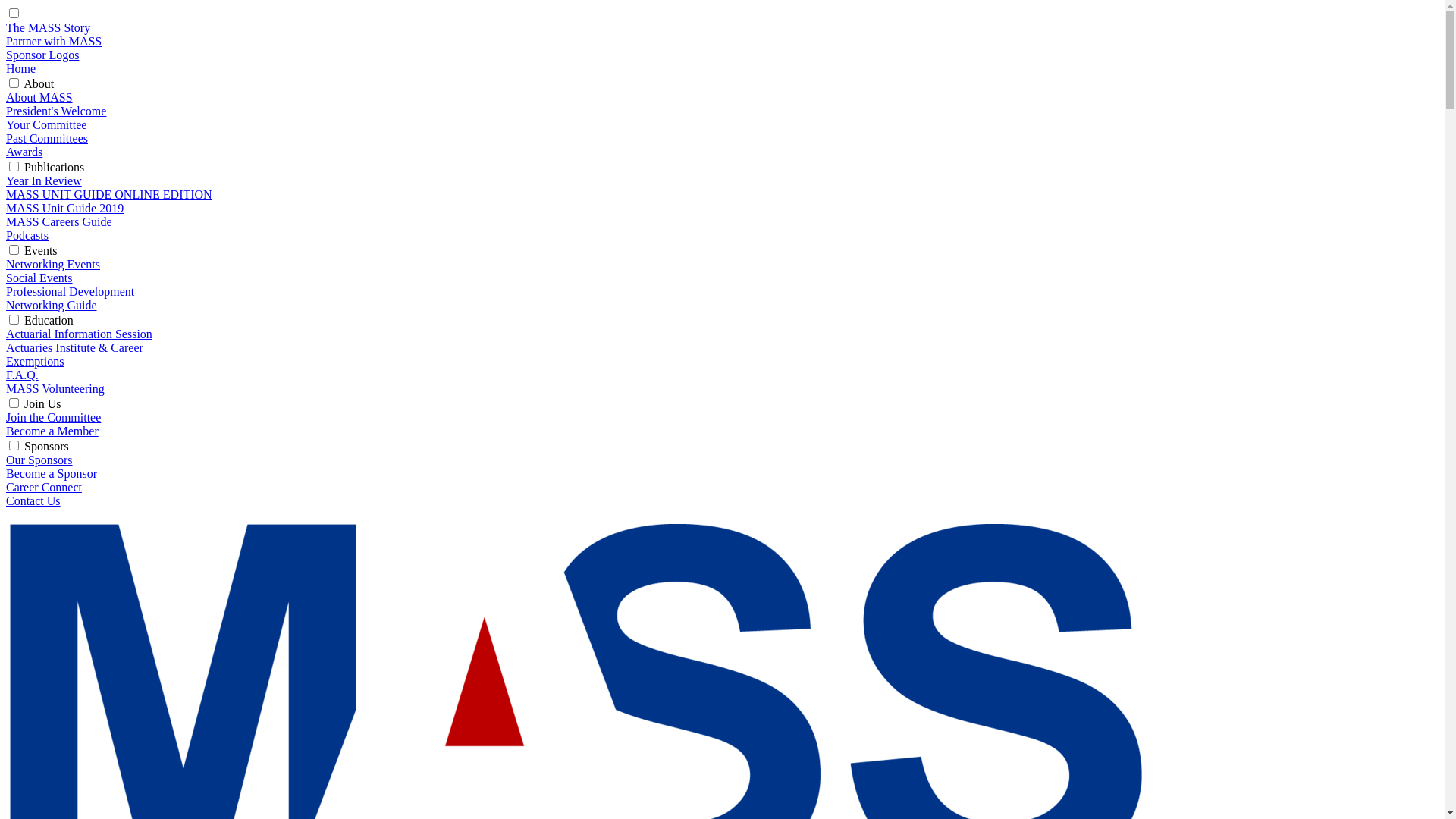 The image size is (1456, 819). What do you see at coordinates (108, 193) in the screenshot?
I see `'MASS UNIT GUIDE ONLINE EDITION'` at bounding box center [108, 193].